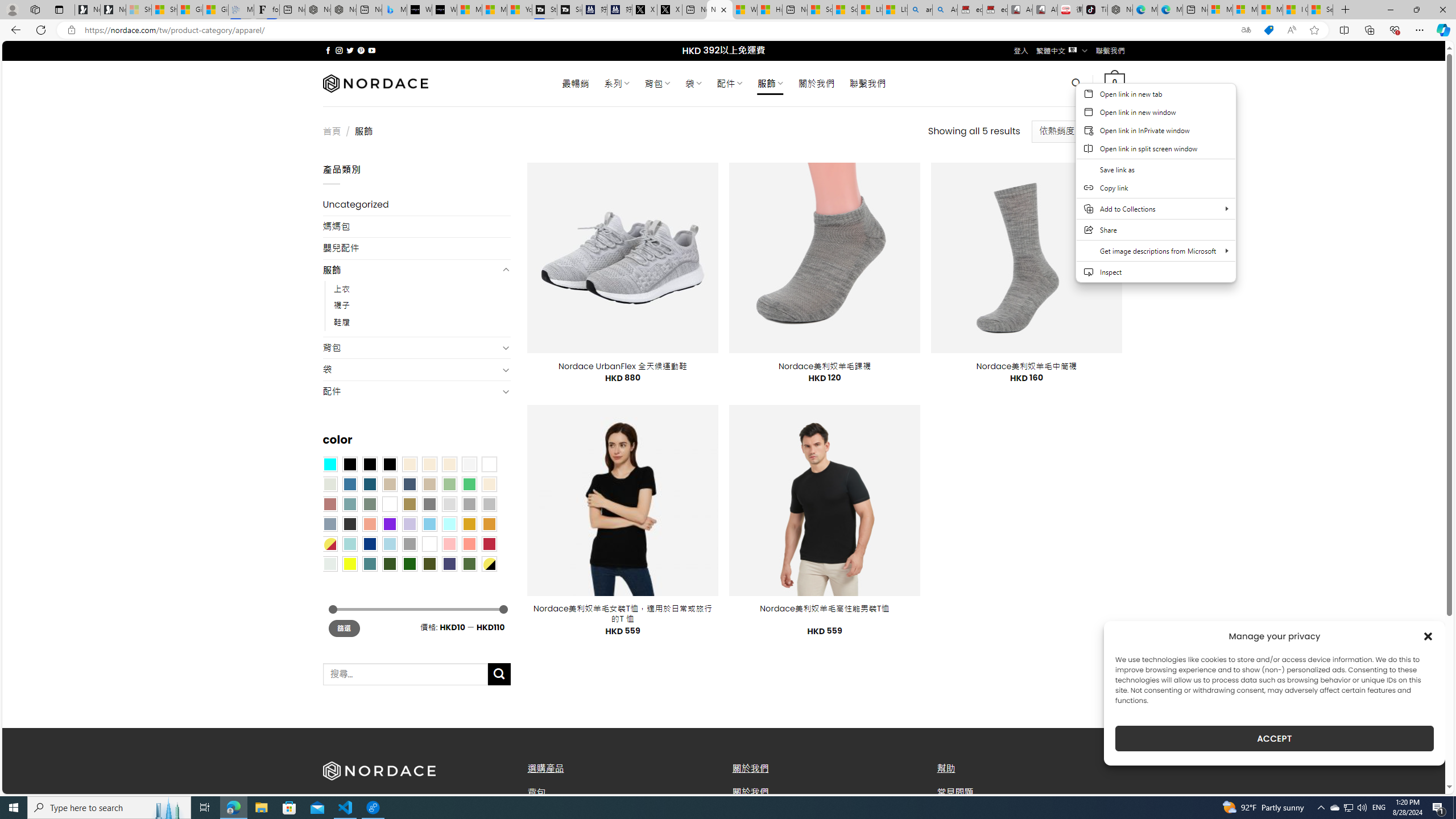 This screenshot has height=819, width=1456. What do you see at coordinates (1155, 111) in the screenshot?
I see `'Open link in new window'` at bounding box center [1155, 111].